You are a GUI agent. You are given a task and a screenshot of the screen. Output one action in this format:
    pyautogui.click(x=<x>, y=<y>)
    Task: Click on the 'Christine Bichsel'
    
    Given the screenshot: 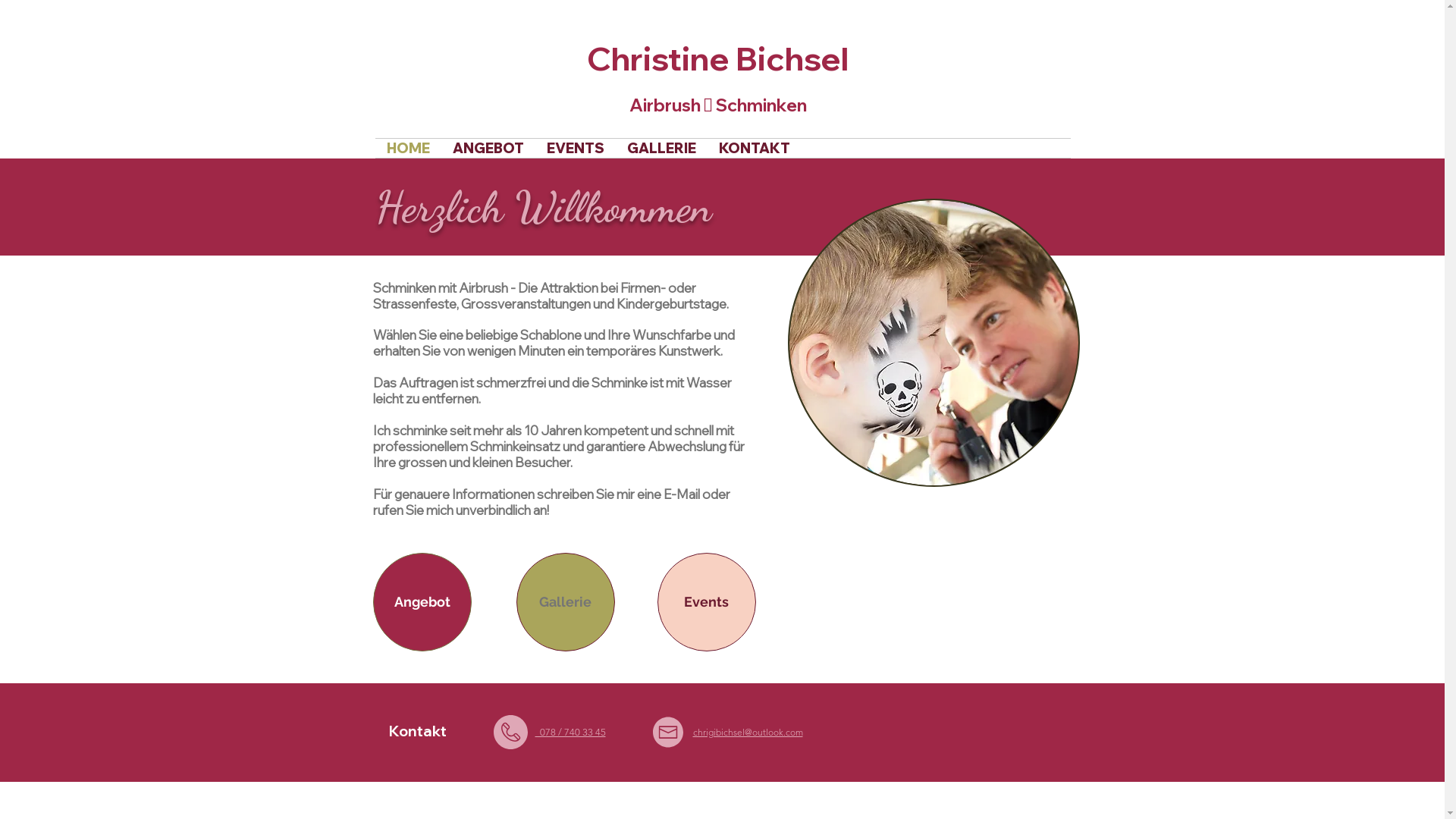 What is the action you would take?
    pyautogui.click(x=717, y=58)
    